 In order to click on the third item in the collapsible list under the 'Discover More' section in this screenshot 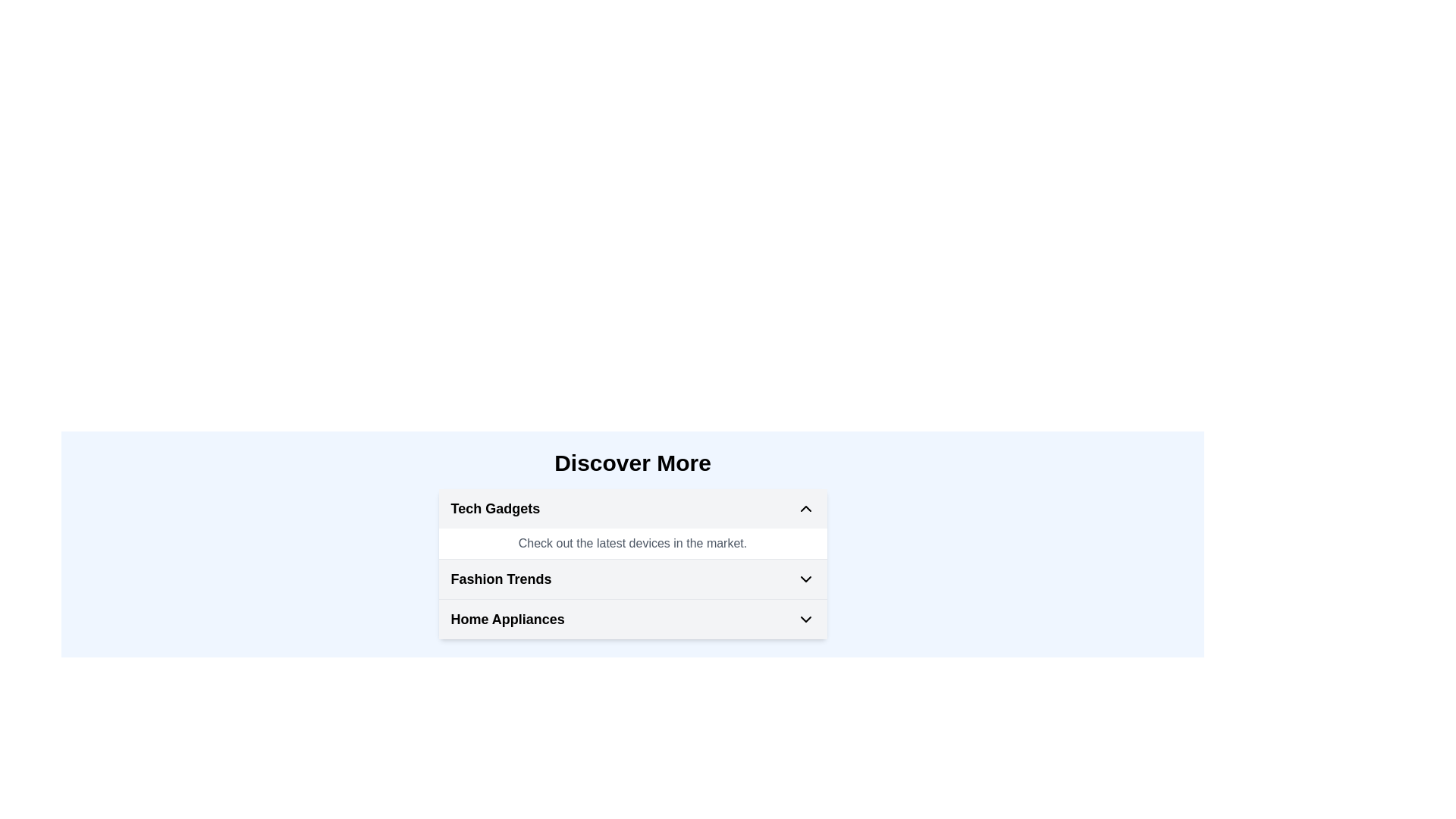, I will do `click(632, 620)`.